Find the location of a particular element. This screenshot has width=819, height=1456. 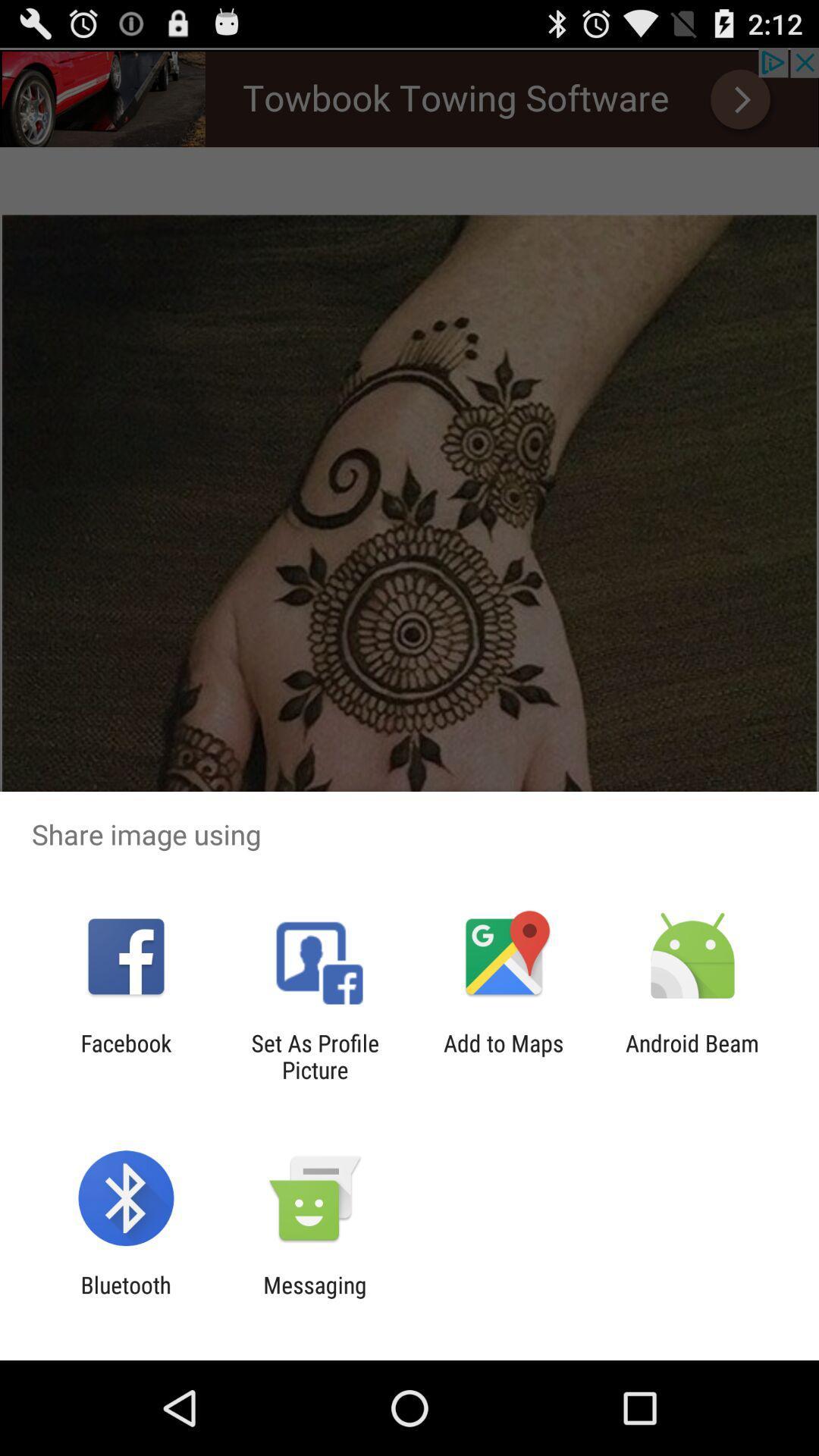

icon to the left of the android beam app is located at coordinates (504, 1056).